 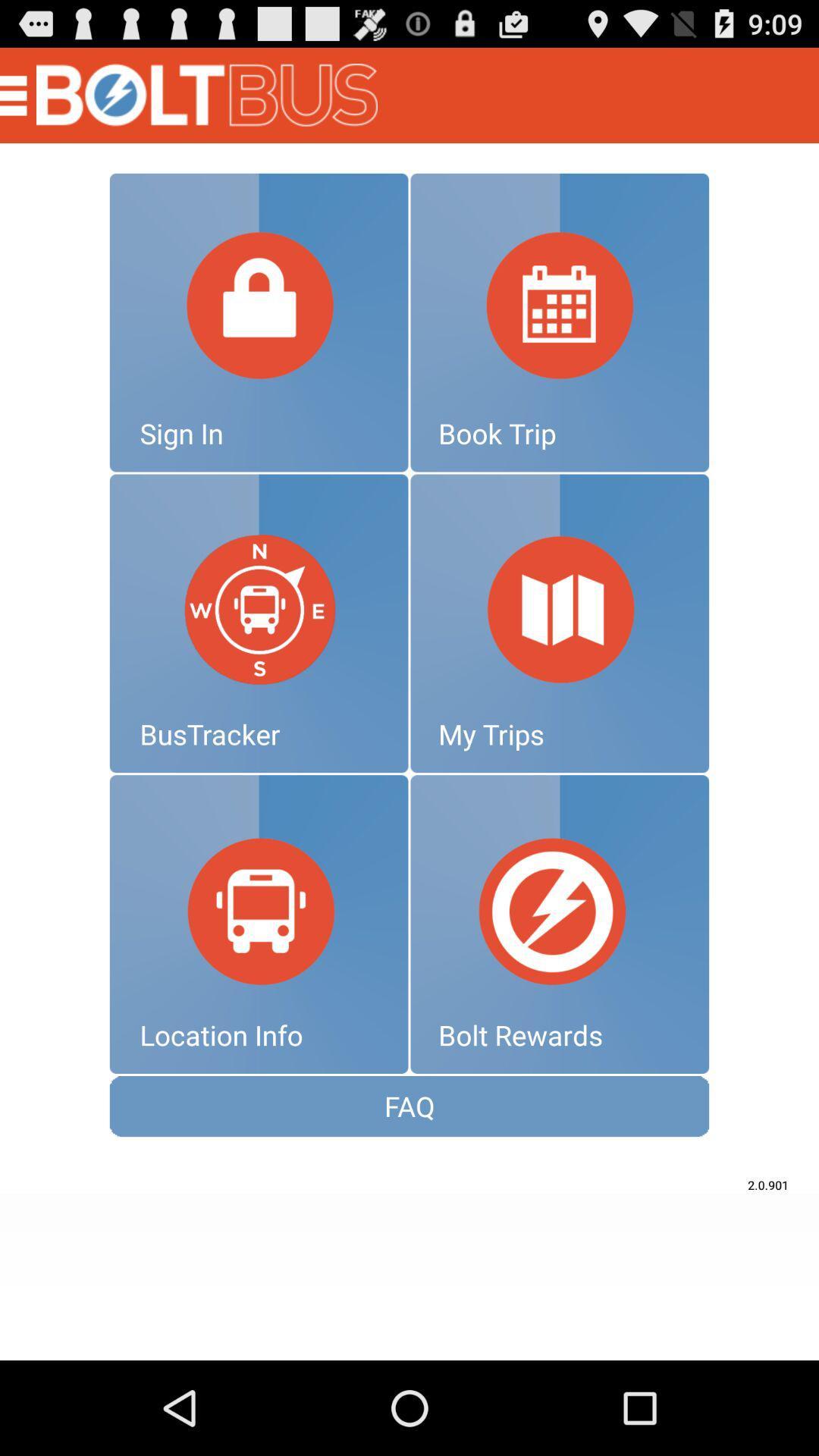 I want to click on schedule to book trip, so click(x=560, y=322).